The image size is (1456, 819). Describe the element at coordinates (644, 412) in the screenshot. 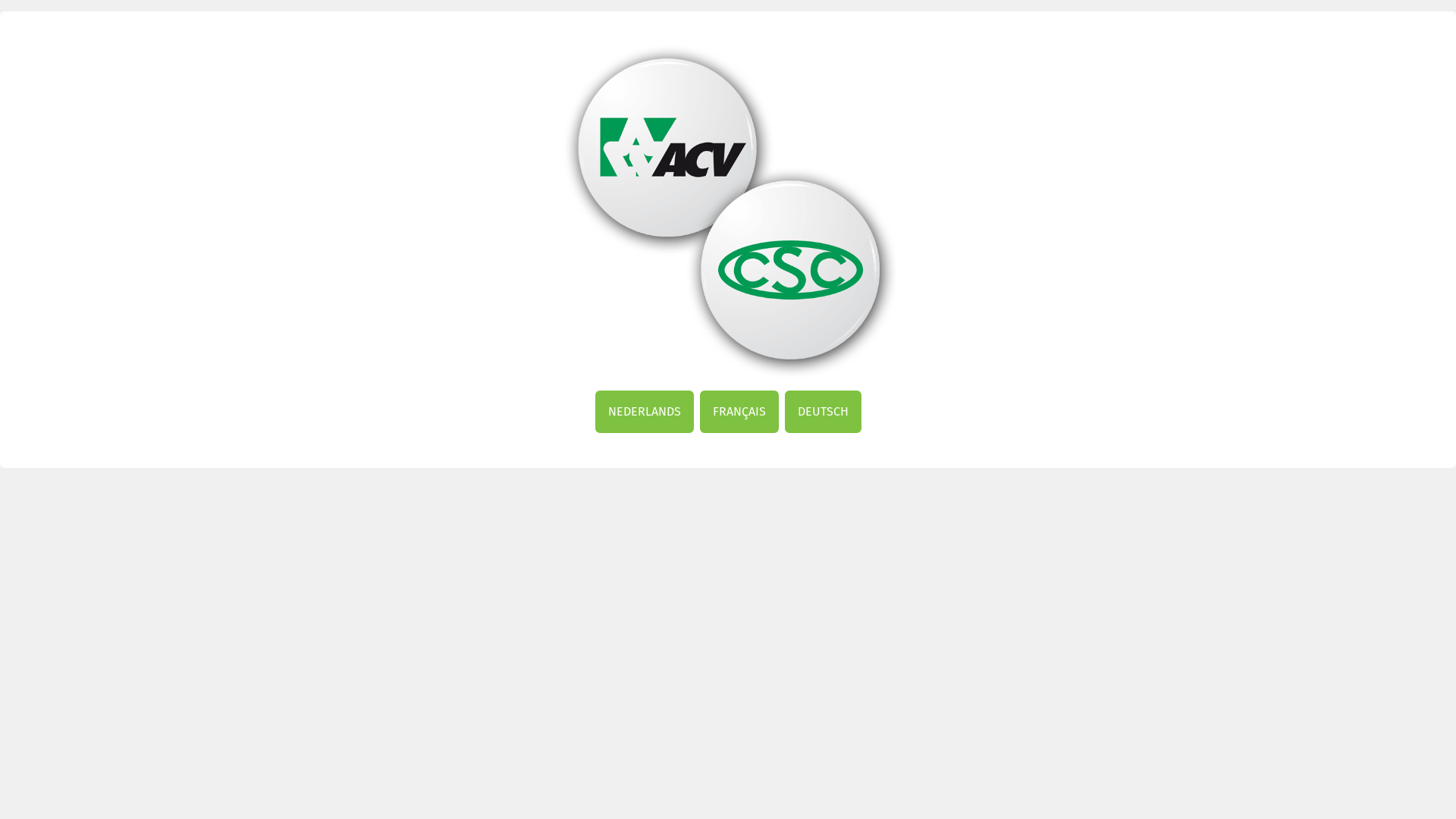

I see `'NEDERLANDS'` at that location.